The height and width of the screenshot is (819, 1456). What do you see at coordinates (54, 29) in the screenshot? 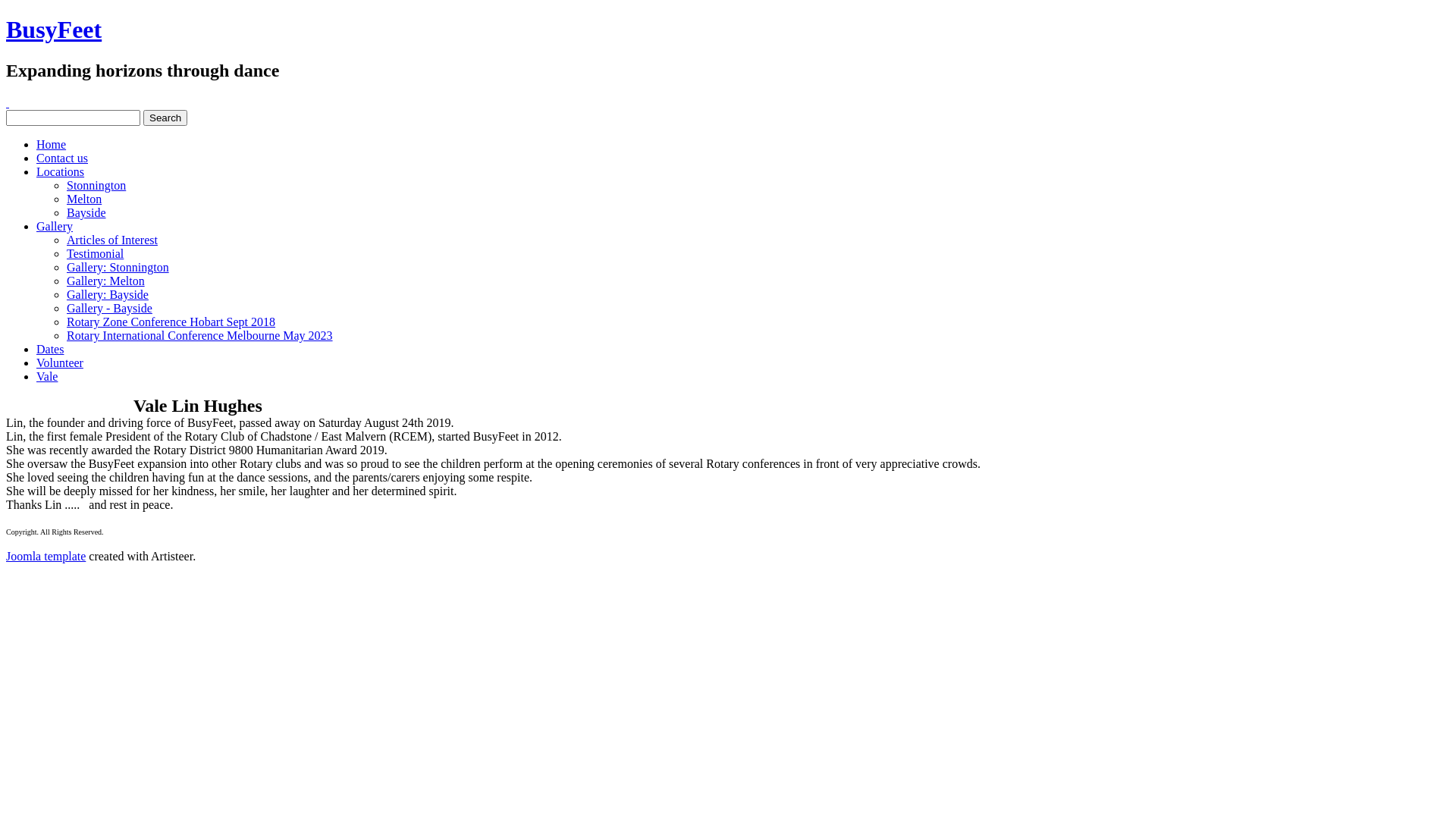
I see `'BusyFeet'` at bounding box center [54, 29].